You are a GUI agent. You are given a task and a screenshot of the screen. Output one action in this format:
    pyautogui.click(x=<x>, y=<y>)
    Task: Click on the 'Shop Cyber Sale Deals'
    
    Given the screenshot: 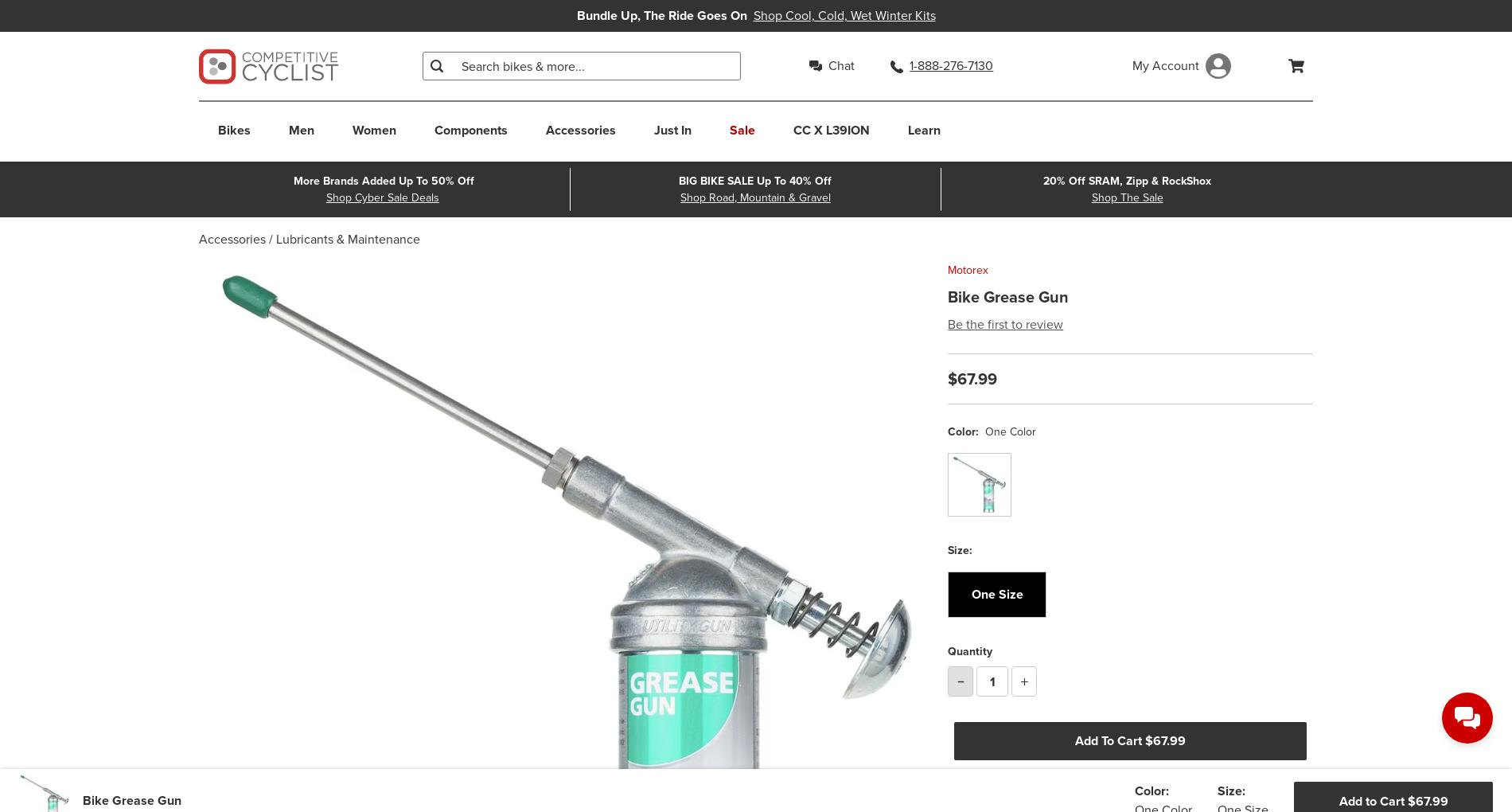 What is the action you would take?
    pyautogui.click(x=381, y=197)
    